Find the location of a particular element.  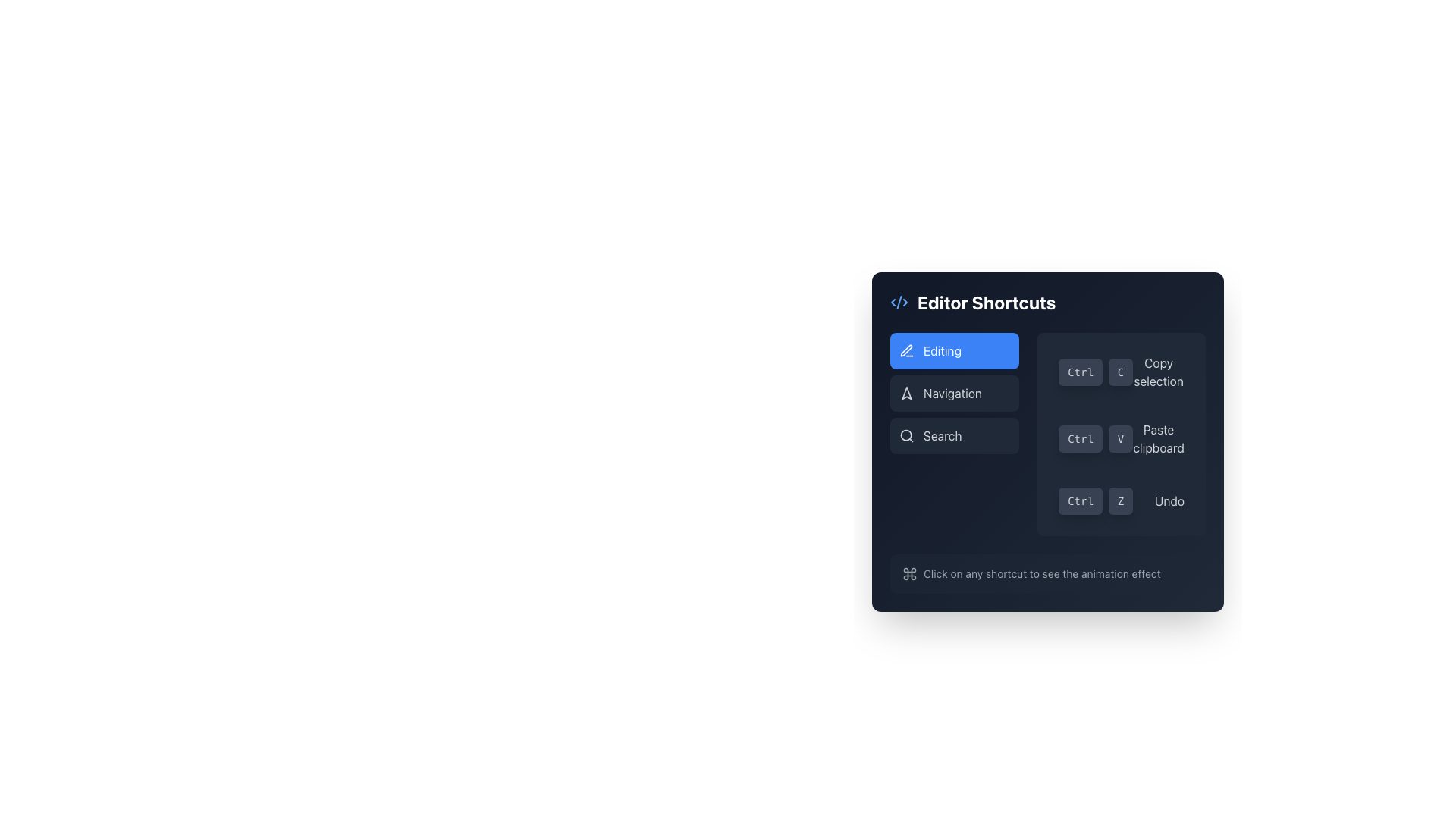

the 'Paste clipboard' shortcut button located in the lower-right portion of the 'Editor Shortcuts' panel, styled to resemble keyboard keys, and positioned above the 'Ctrl Z' shortcut for 'Undo' is located at coordinates (1096, 438).